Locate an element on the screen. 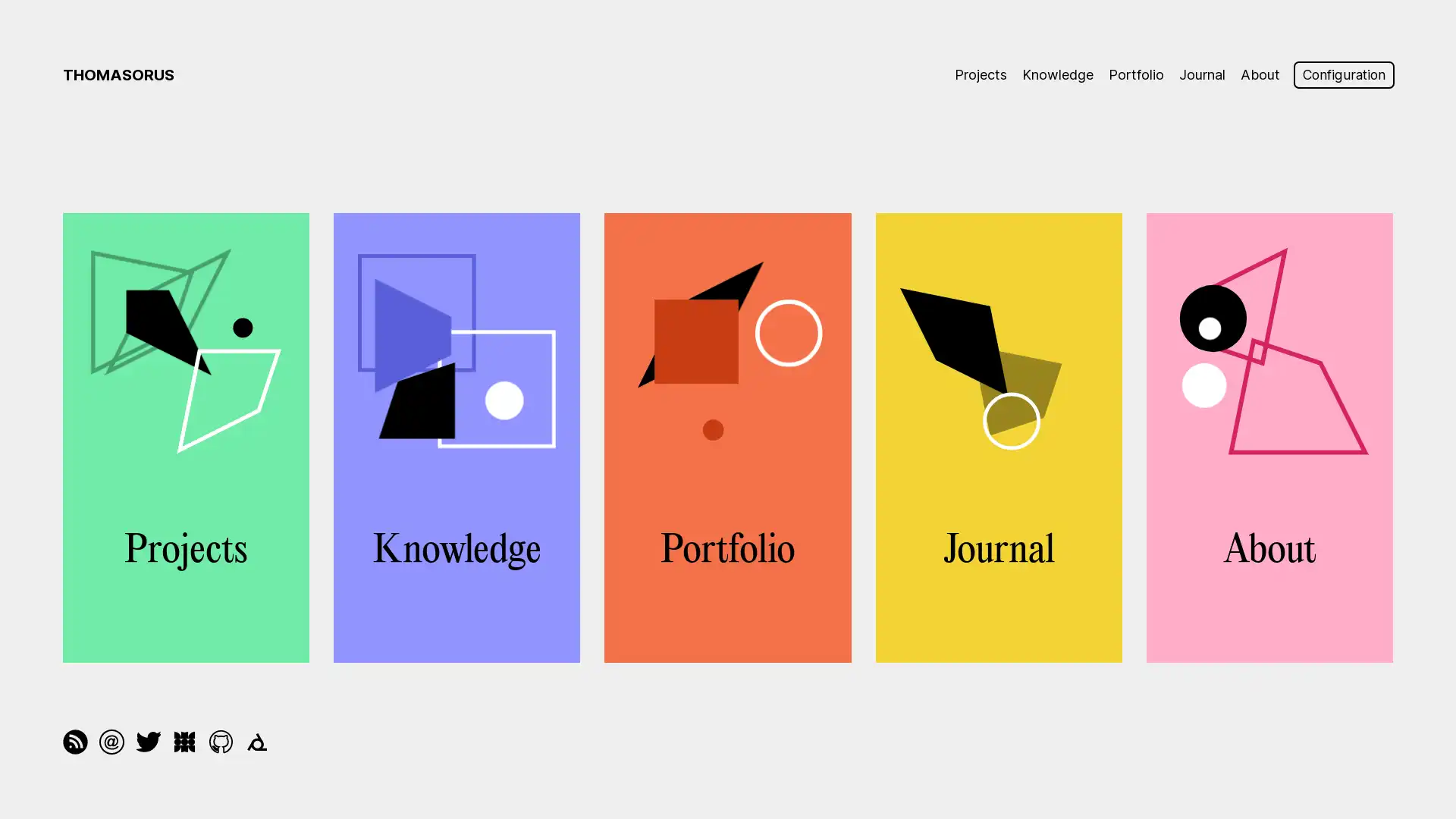 The image size is (1456, 819). Configuration is located at coordinates (1340, 75).